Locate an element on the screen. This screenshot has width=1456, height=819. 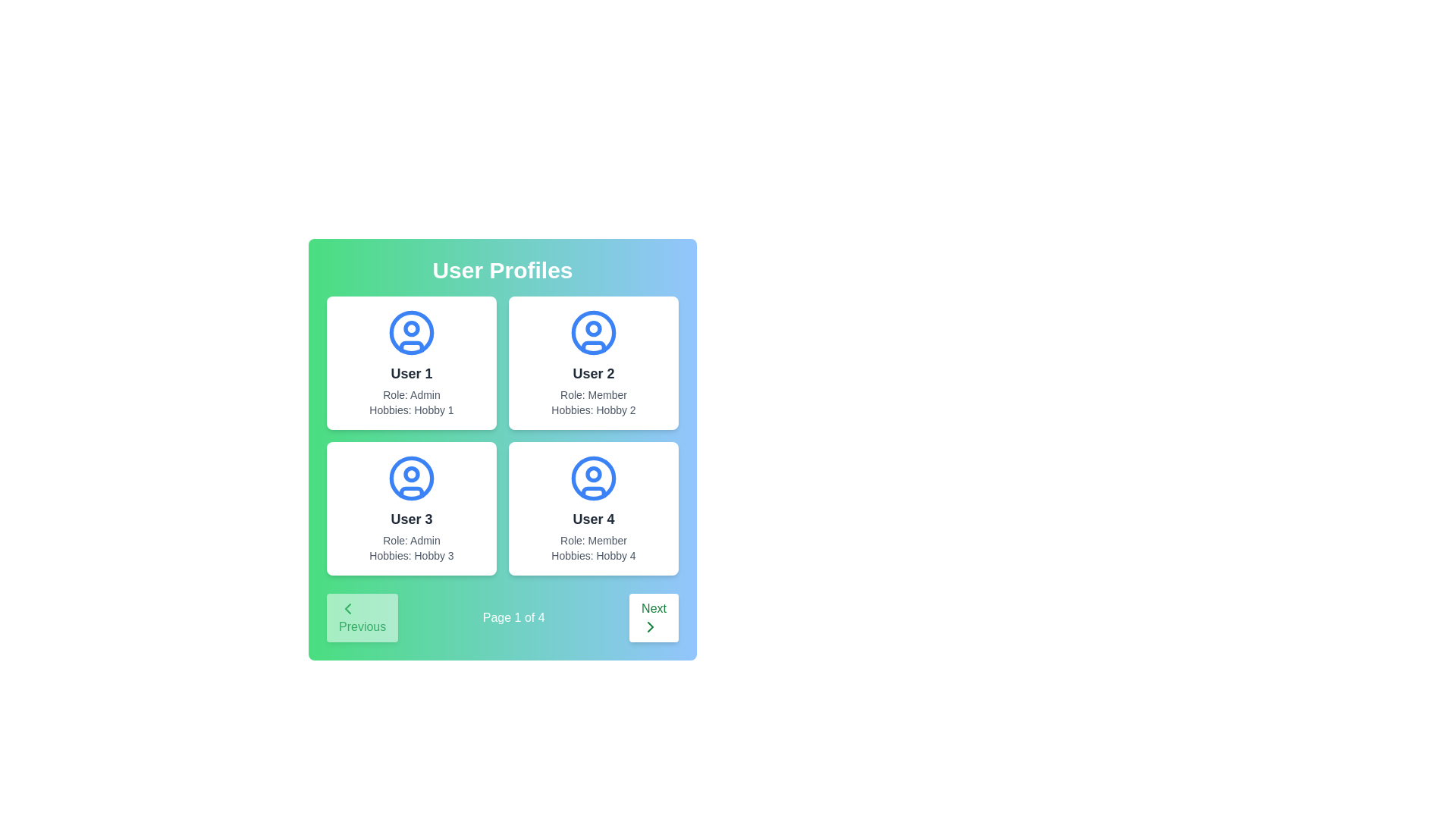
the decorative element of the user profile icon located in the top-left card of the grid, specifically within the circular blue area is located at coordinates (411, 472).